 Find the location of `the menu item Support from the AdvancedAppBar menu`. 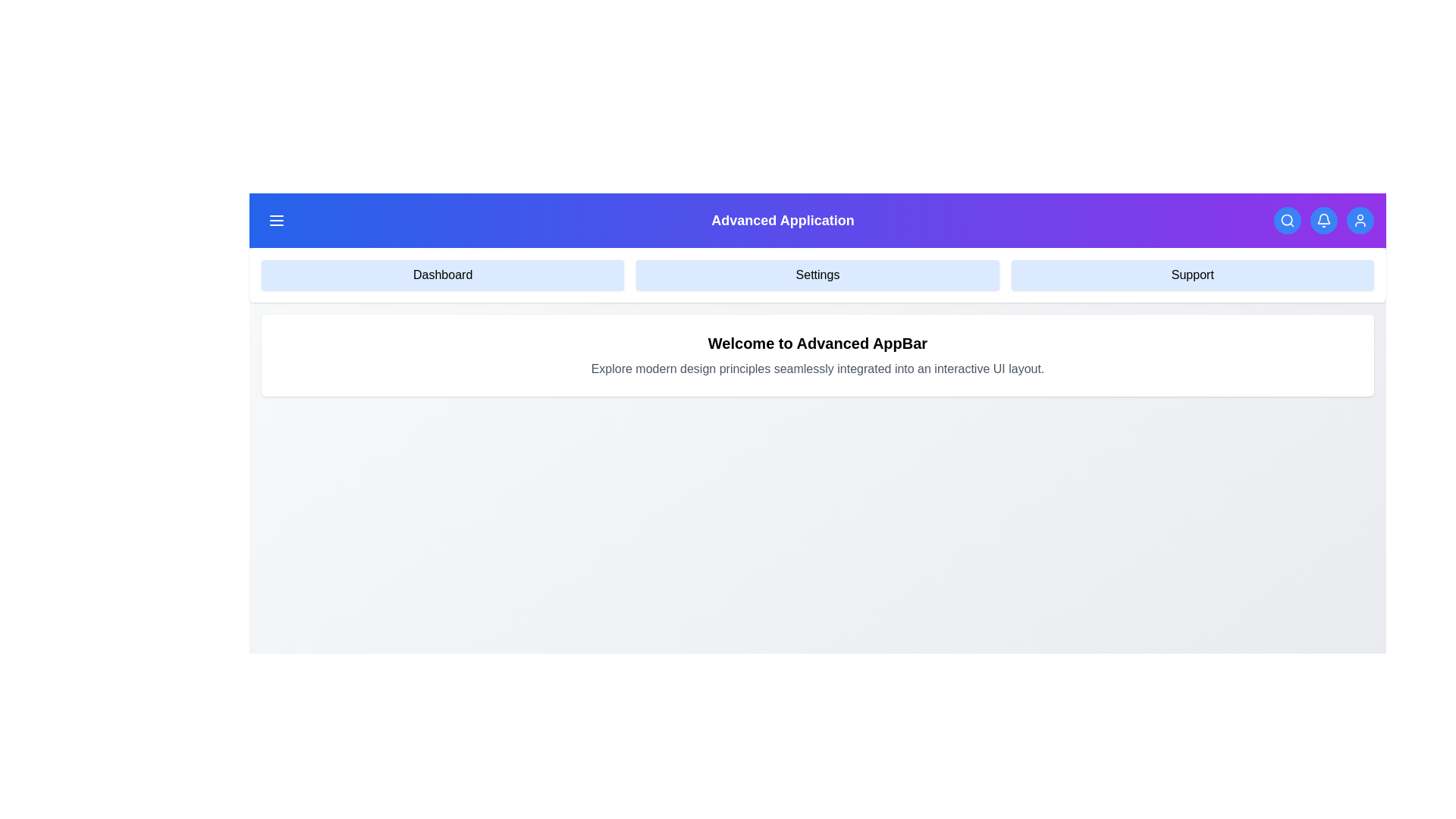

the menu item Support from the AdvancedAppBar menu is located at coordinates (1191, 275).